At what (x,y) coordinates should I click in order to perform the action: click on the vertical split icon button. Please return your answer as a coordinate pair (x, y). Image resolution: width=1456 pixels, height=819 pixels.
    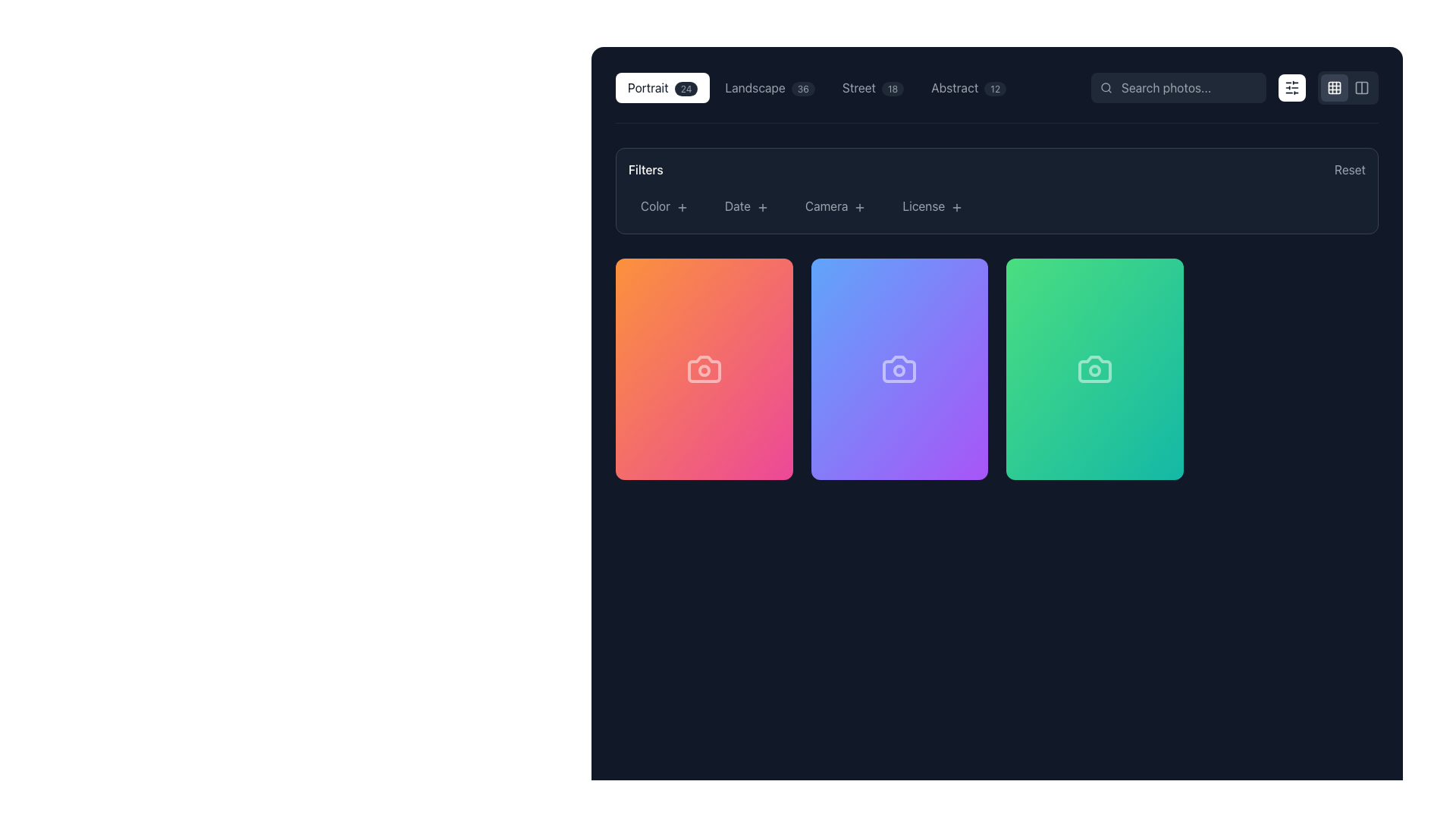
    Looking at the image, I should click on (1361, 87).